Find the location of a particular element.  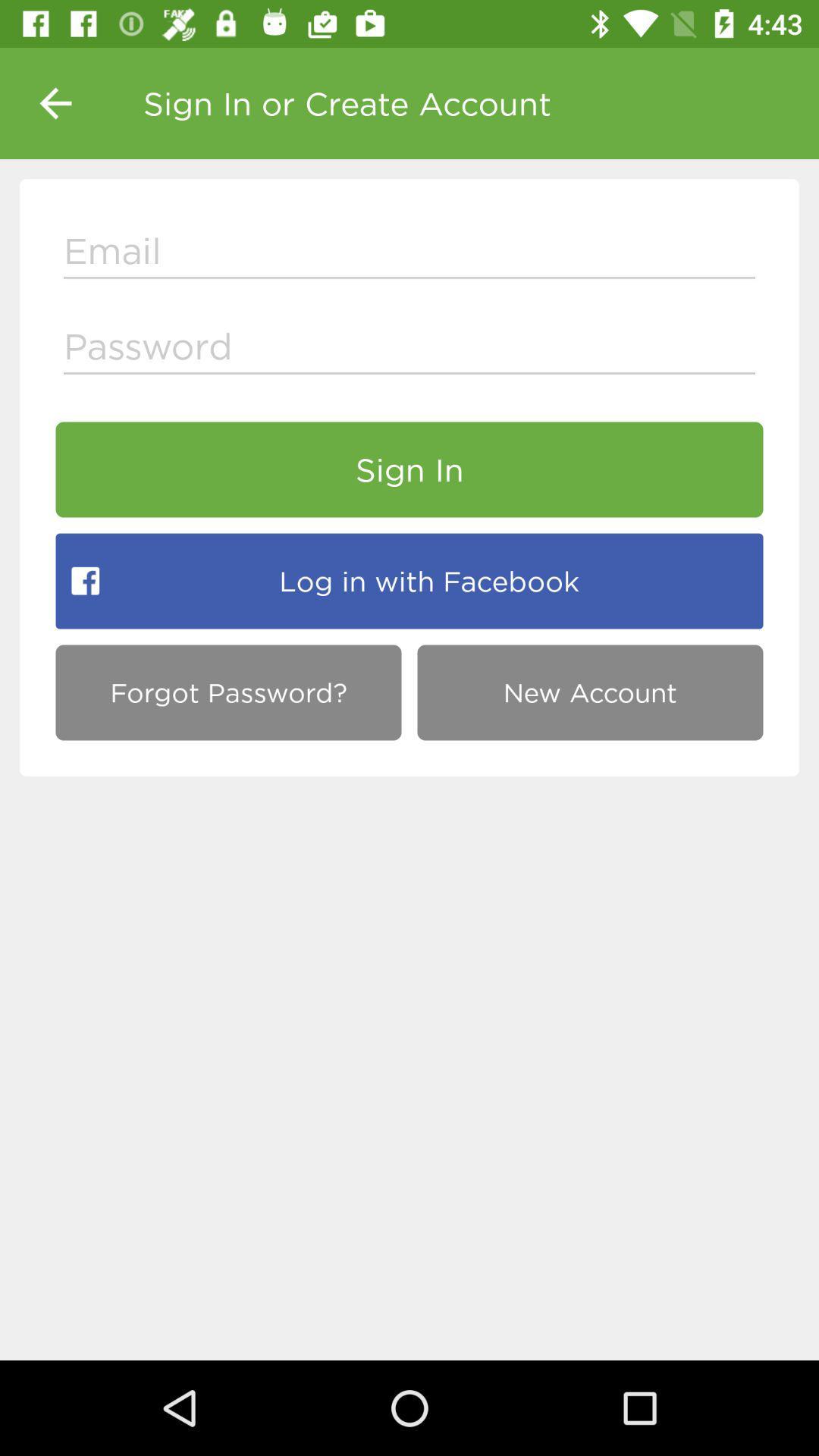

type in password is located at coordinates (409, 349).